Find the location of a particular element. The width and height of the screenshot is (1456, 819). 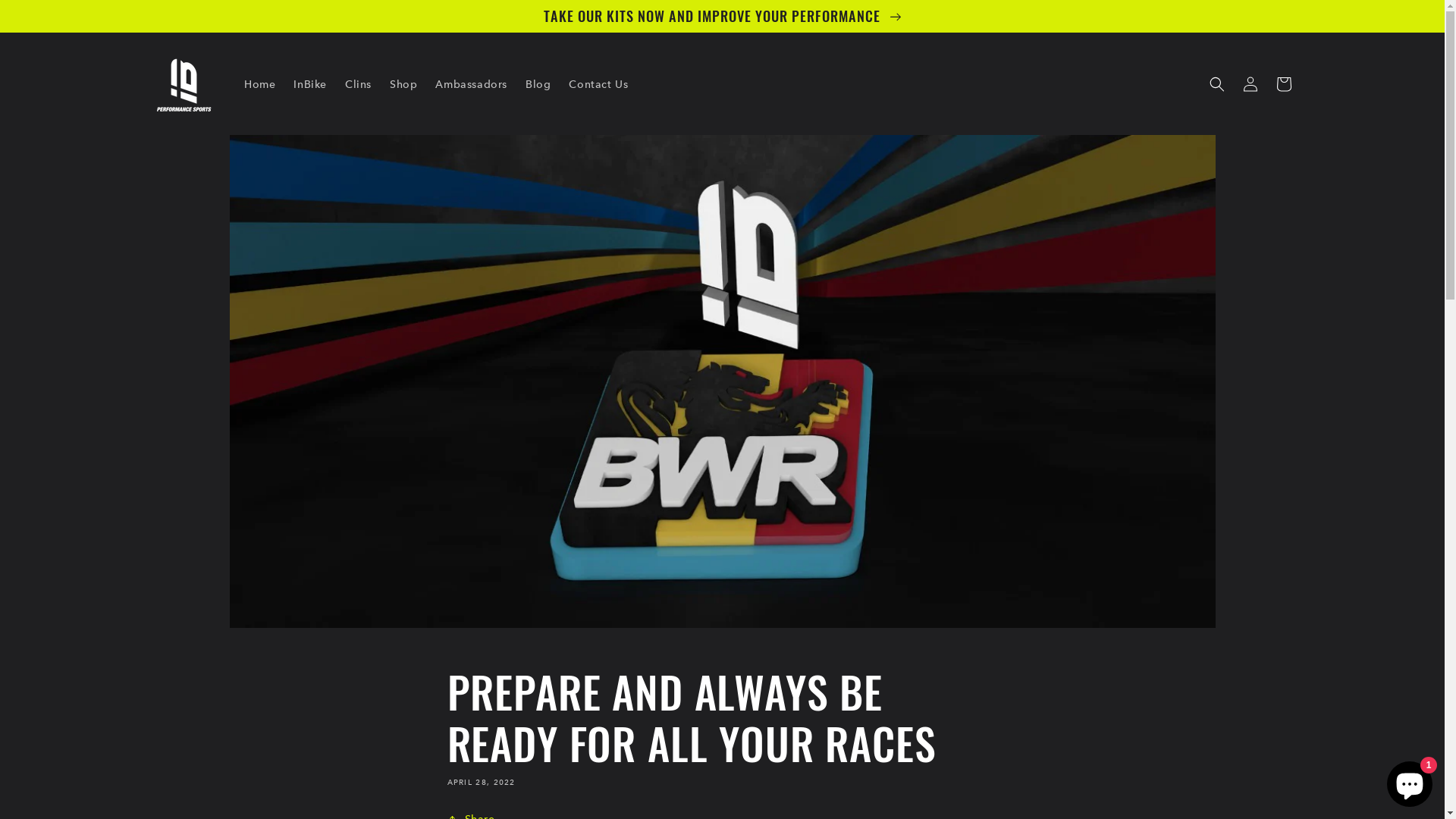

'InBike' is located at coordinates (309, 84).